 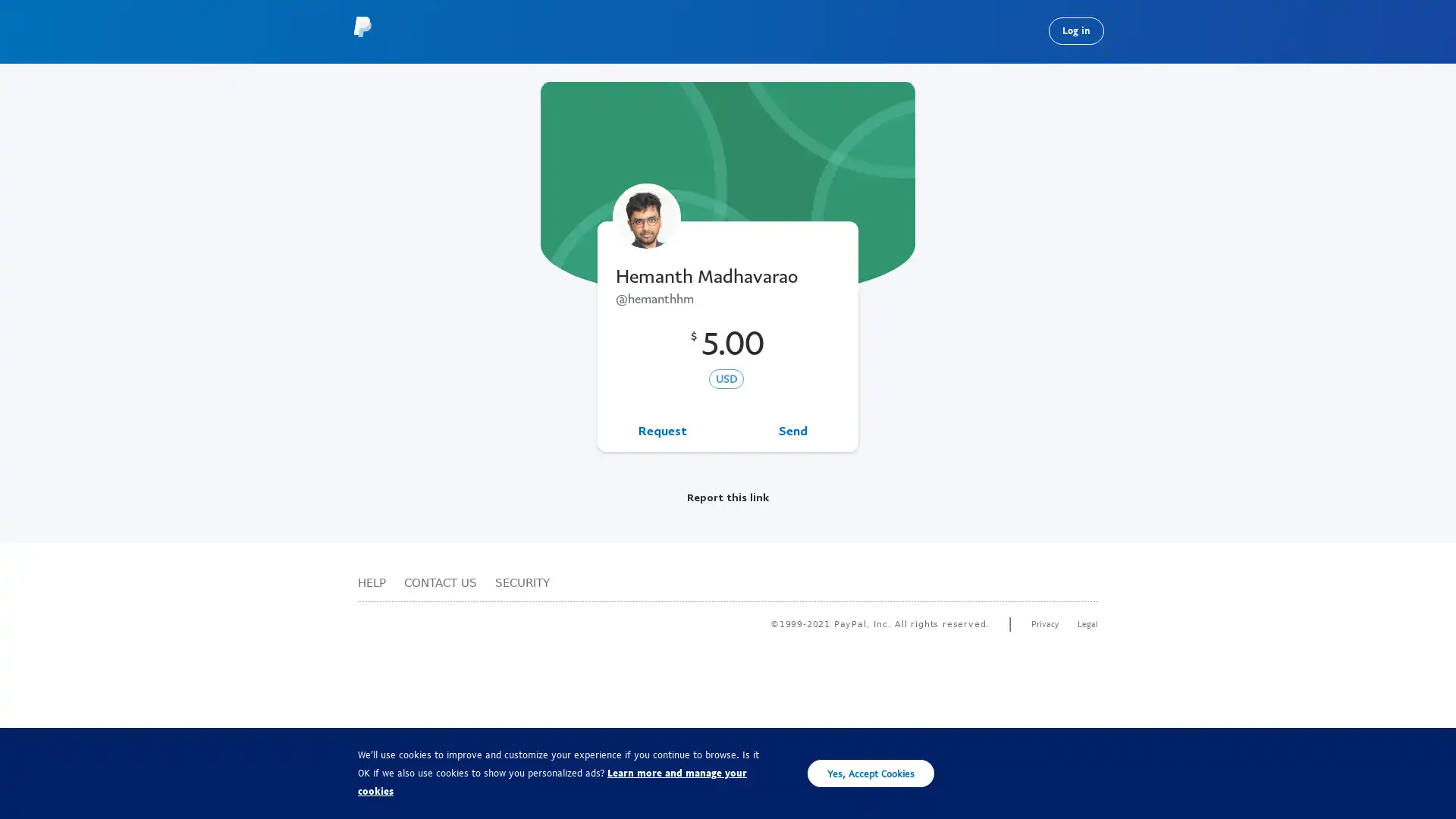 What do you see at coordinates (871, 773) in the screenshot?
I see `Yes, Accept Cookies` at bounding box center [871, 773].